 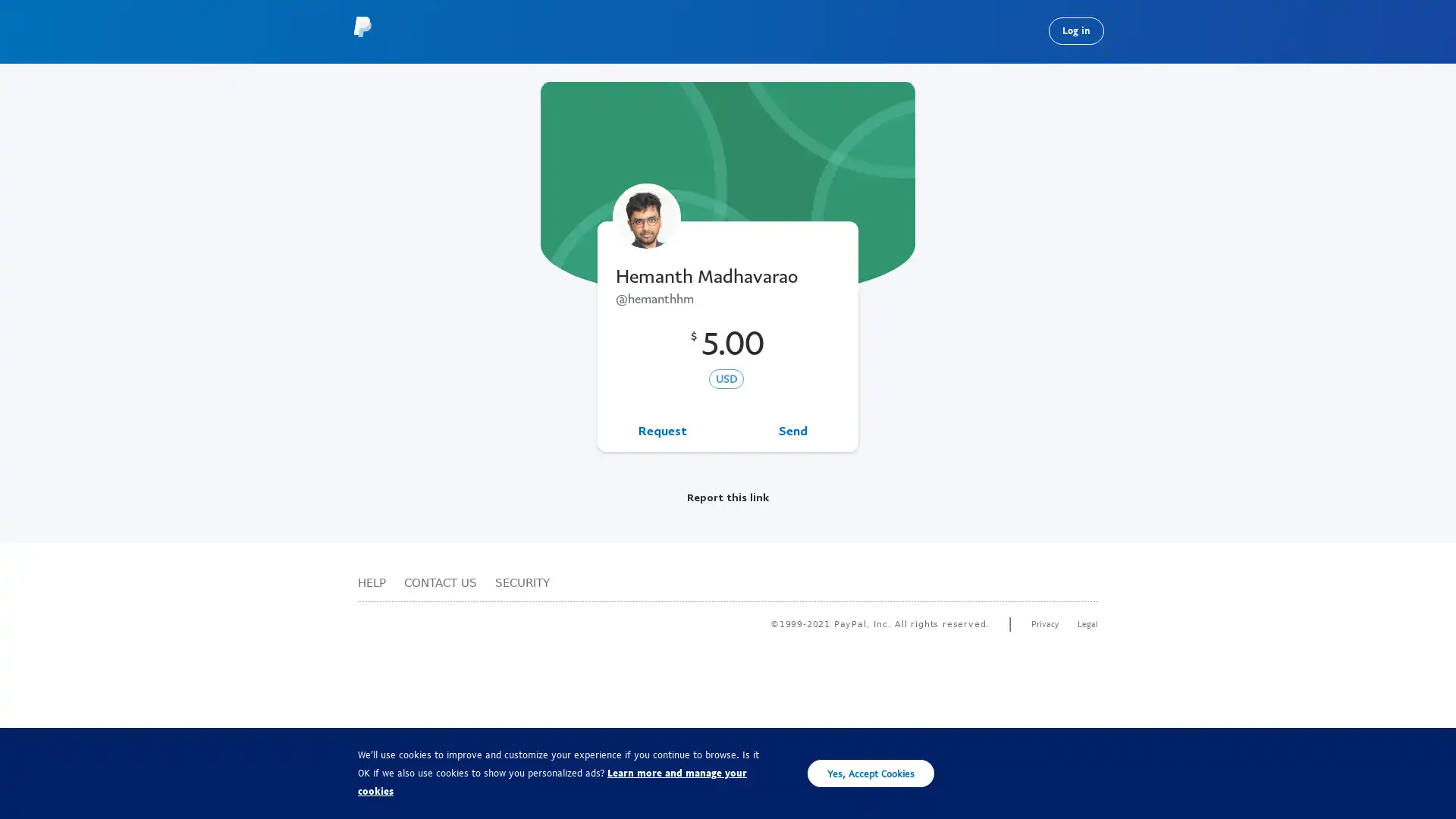 What do you see at coordinates (871, 773) in the screenshot?
I see `Yes, Accept Cookies` at bounding box center [871, 773].